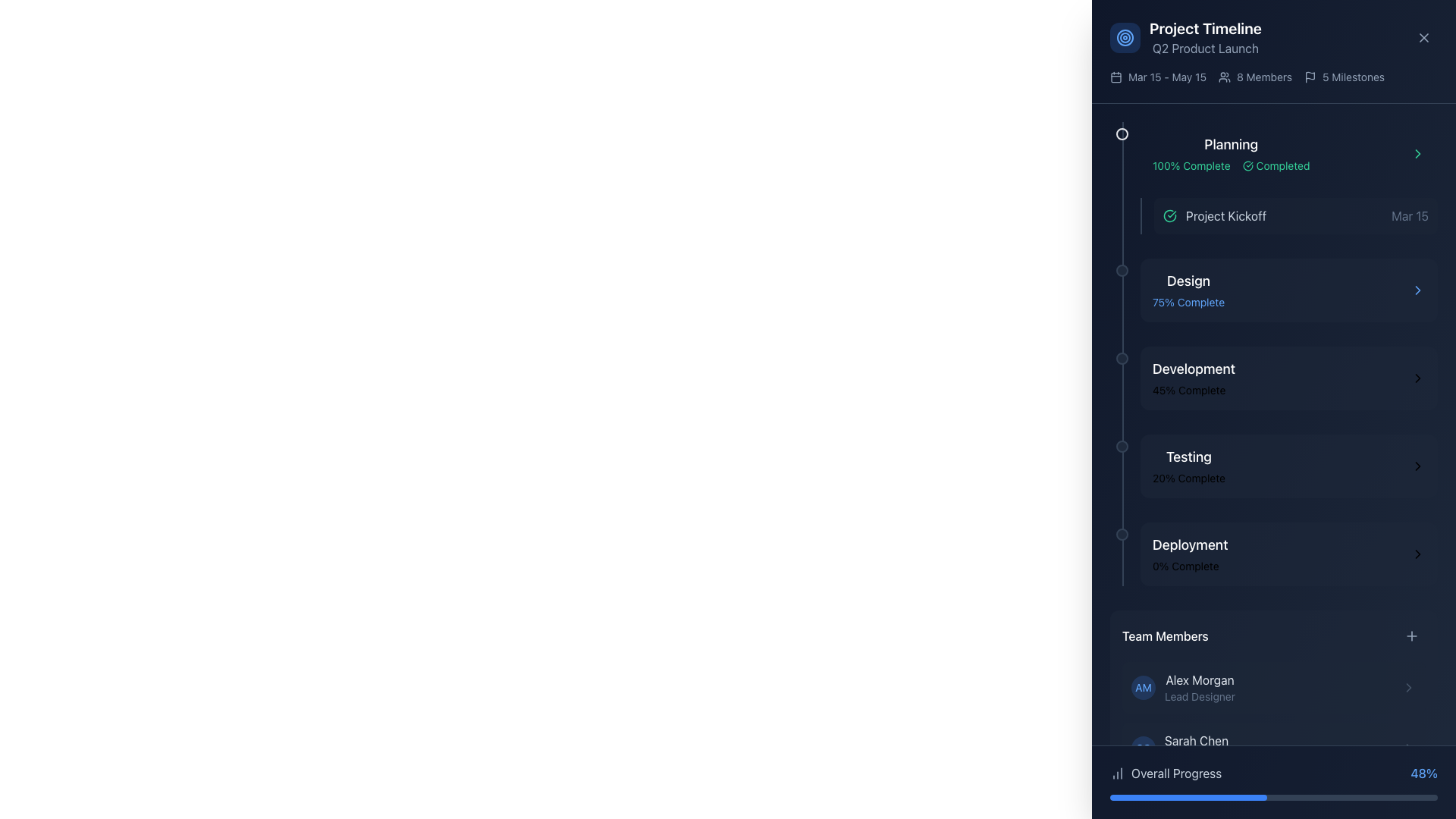 The height and width of the screenshot is (819, 1456). I want to click on the Indicator element representing the completion status of a task, located below the title 'Planning' and to the right of '100% Complete', so click(1276, 166).